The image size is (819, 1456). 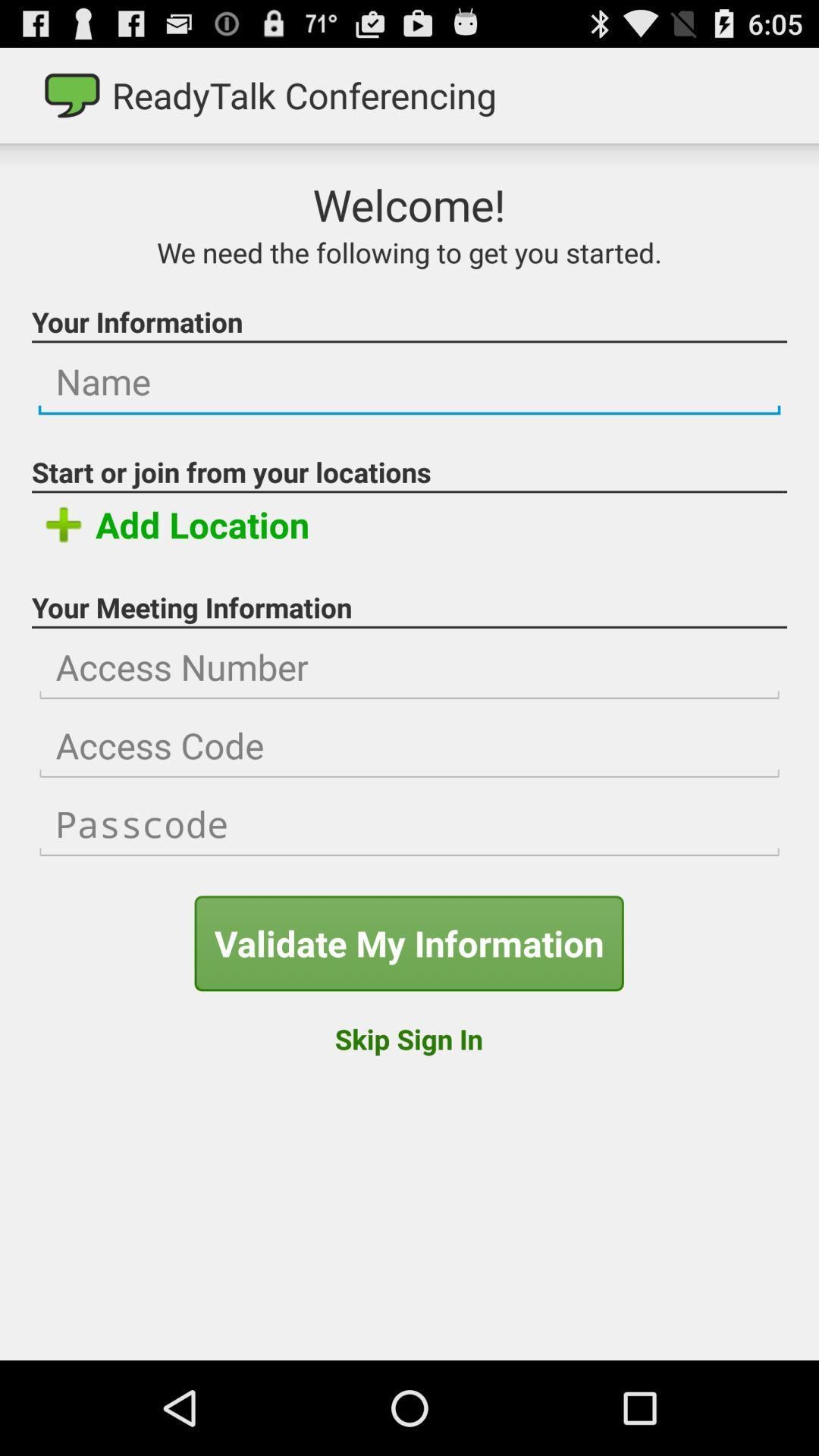 I want to click on the app above the start or join item, so click(x=409, y=382).